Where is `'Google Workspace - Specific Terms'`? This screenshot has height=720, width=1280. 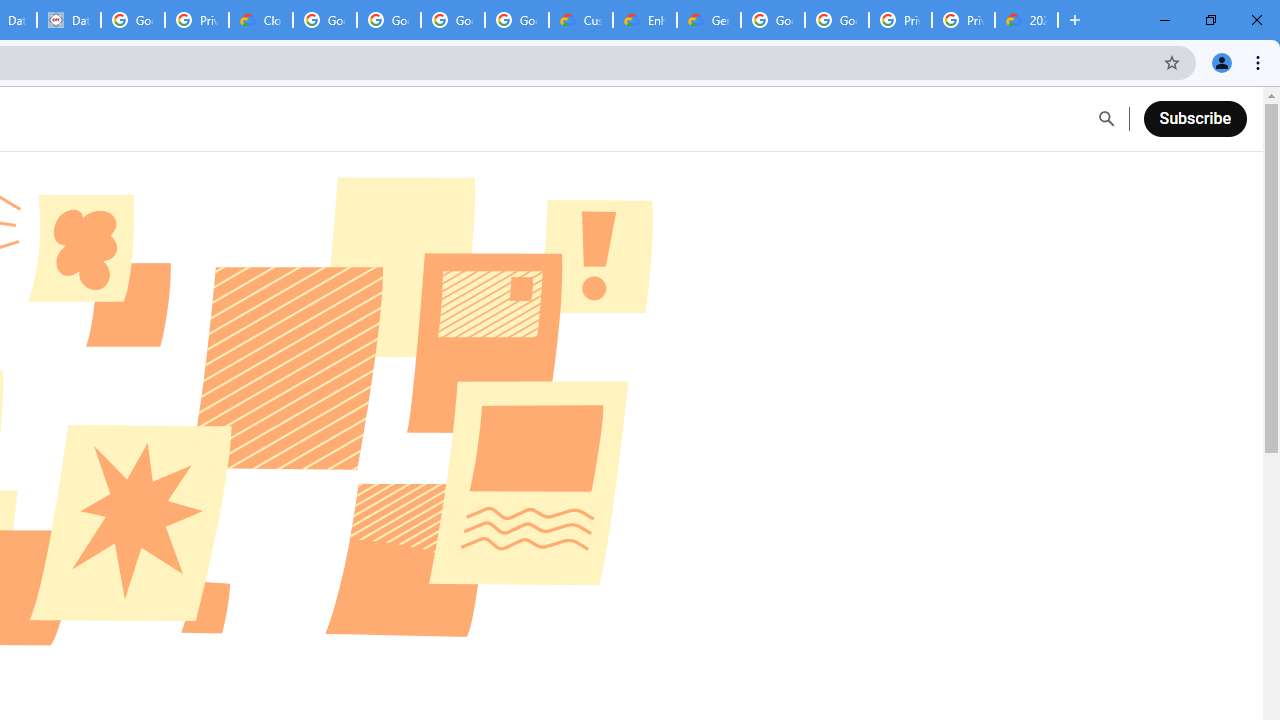
'Google Workspace - Specific Terms' is located at coordinates (452, 20).